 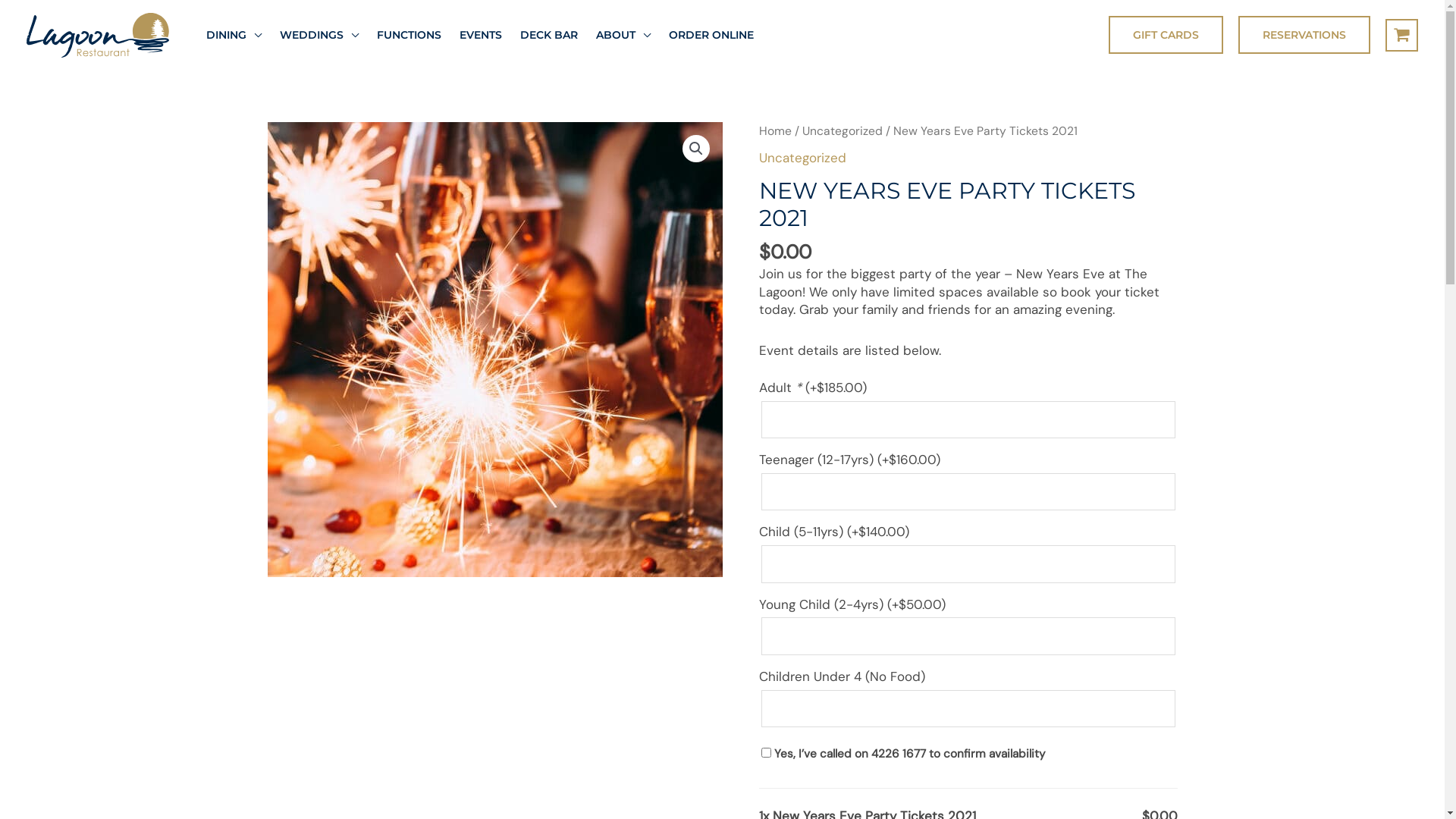 I want to click on 'DECK BAR', so click(x=548, y=34).